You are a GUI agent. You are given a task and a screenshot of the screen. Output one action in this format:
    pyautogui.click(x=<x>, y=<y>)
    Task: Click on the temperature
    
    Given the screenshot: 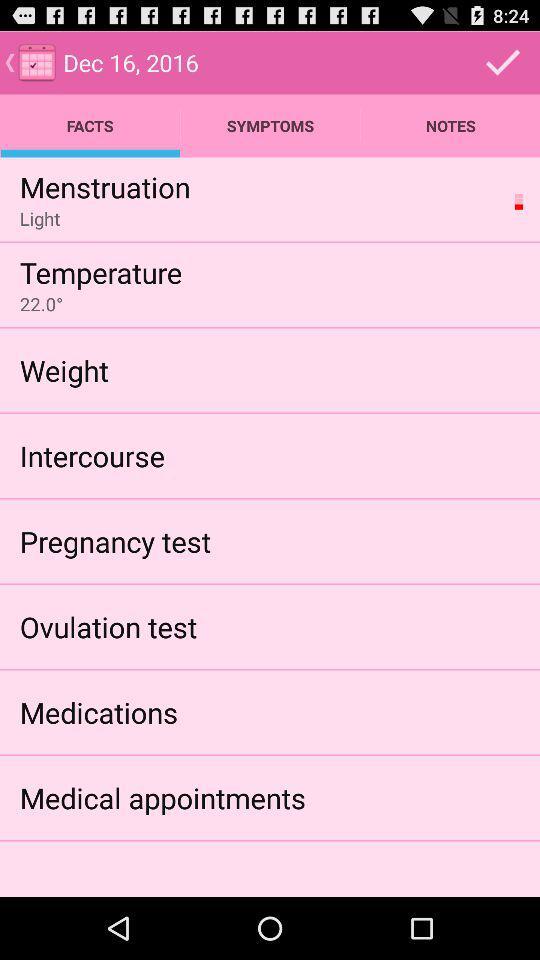 What is the action you would take?
    pyautogui.click(x=100, y=271)
    